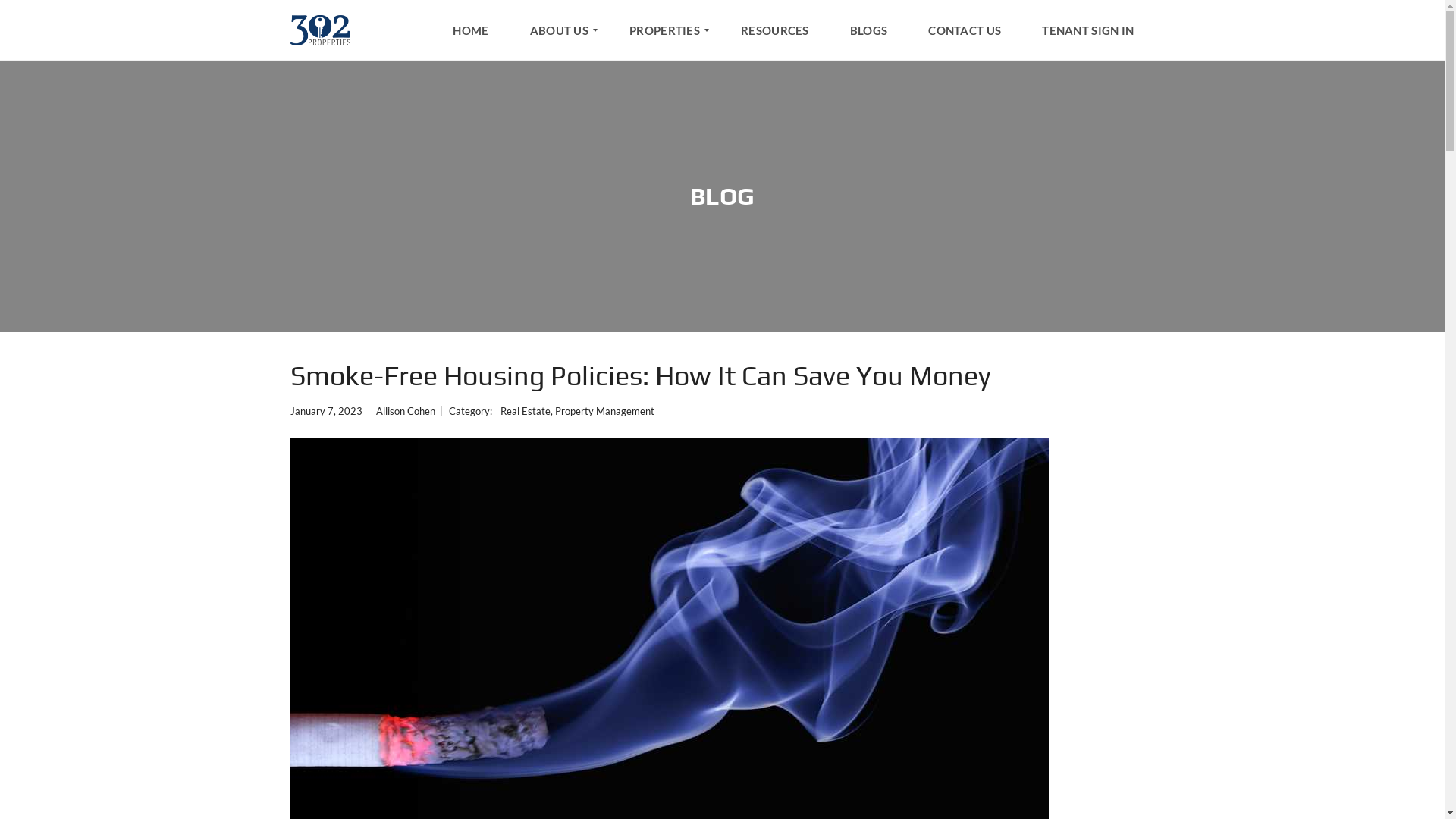 The height and width of the screenshot is (819, 1456). I want to click on 'ABOUT US', so click(558, 30).